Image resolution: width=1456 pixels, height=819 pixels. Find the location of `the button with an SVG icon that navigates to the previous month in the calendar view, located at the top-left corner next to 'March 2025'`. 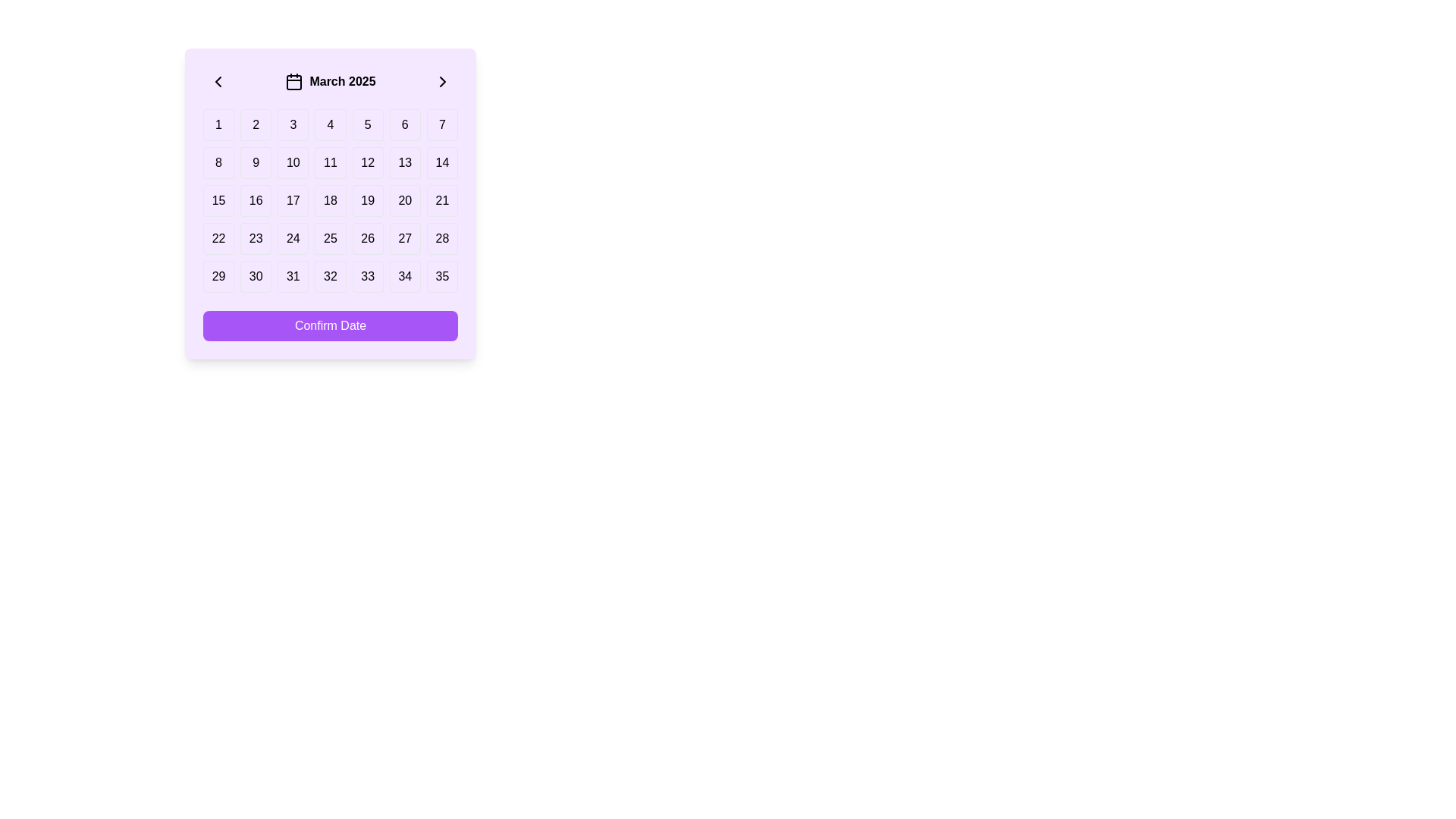

the button with an SVG icon that navigates to the previous month in the calendar view, located at the top-left corner next to 'March 2025' is located at coordinates (218, 82).